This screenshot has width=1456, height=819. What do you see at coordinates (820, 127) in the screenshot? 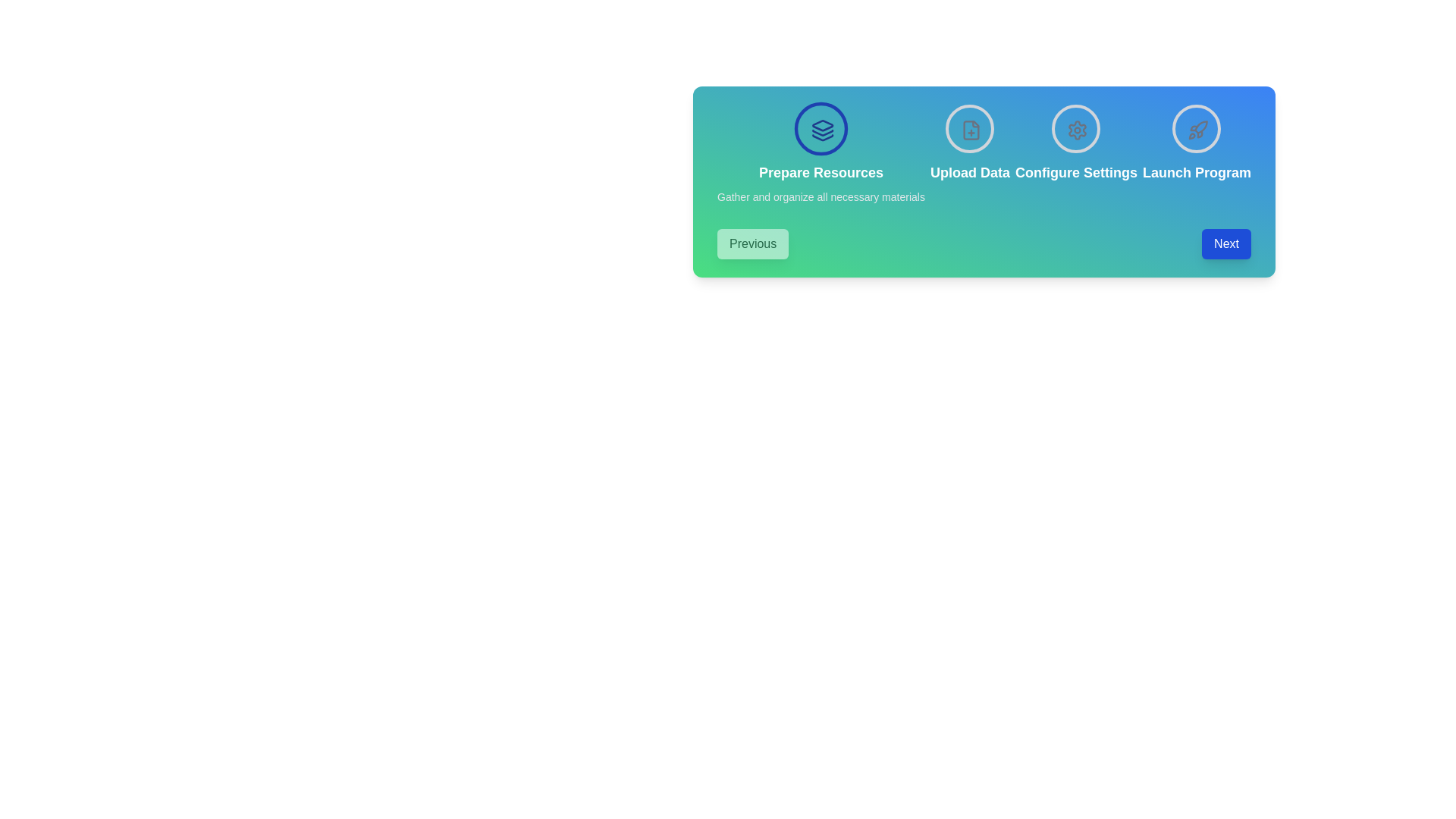
I see `the step icon corresponding to Prepare Resources` at bounding box center [820, 127].